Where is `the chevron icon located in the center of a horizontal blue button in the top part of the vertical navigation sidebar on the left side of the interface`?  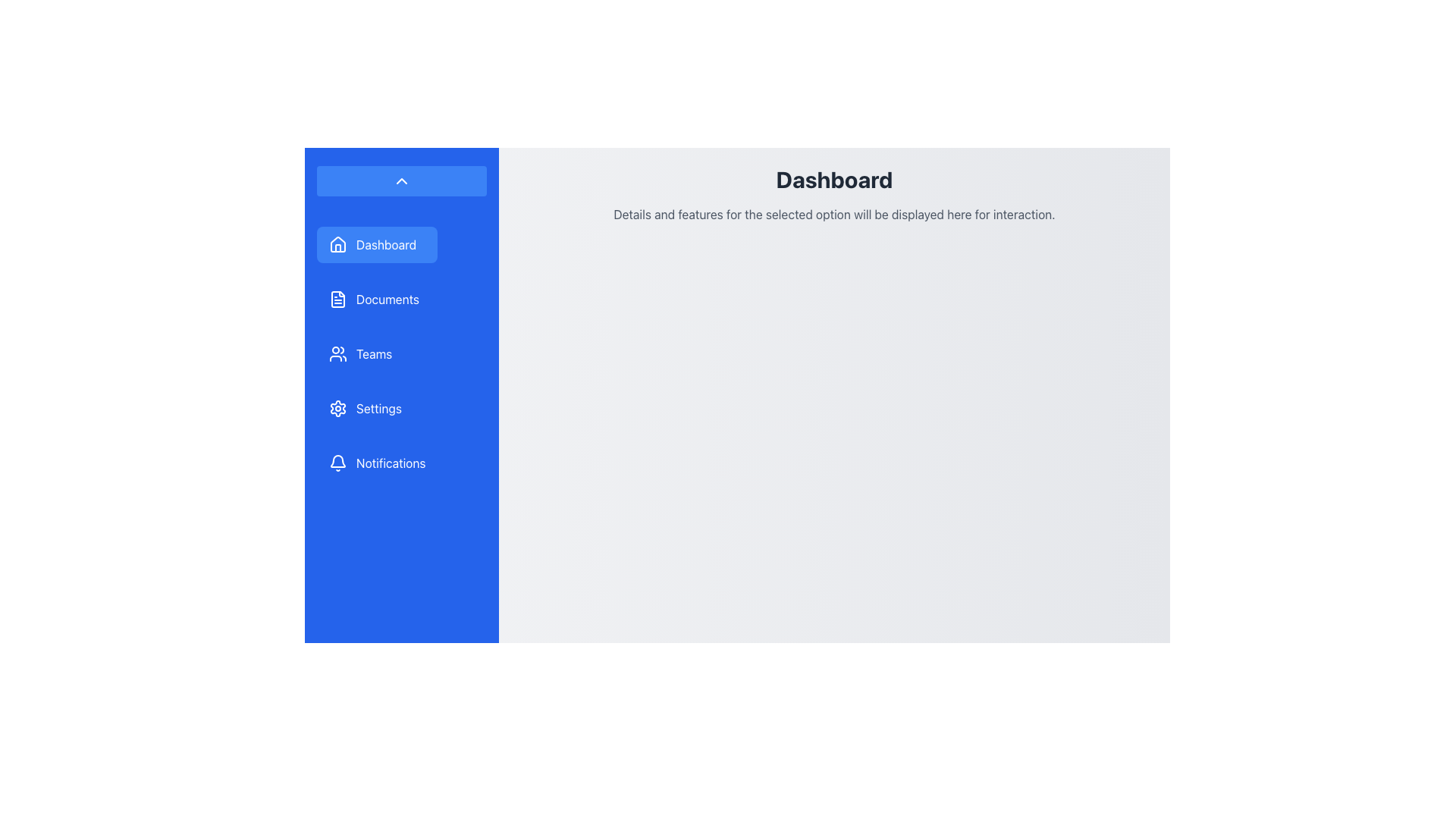 the chevron icon located in the center of a horizontal blue button in the top part of the vertical navigation sidebar on the left side of the interface is located at coordinates (401, 180).